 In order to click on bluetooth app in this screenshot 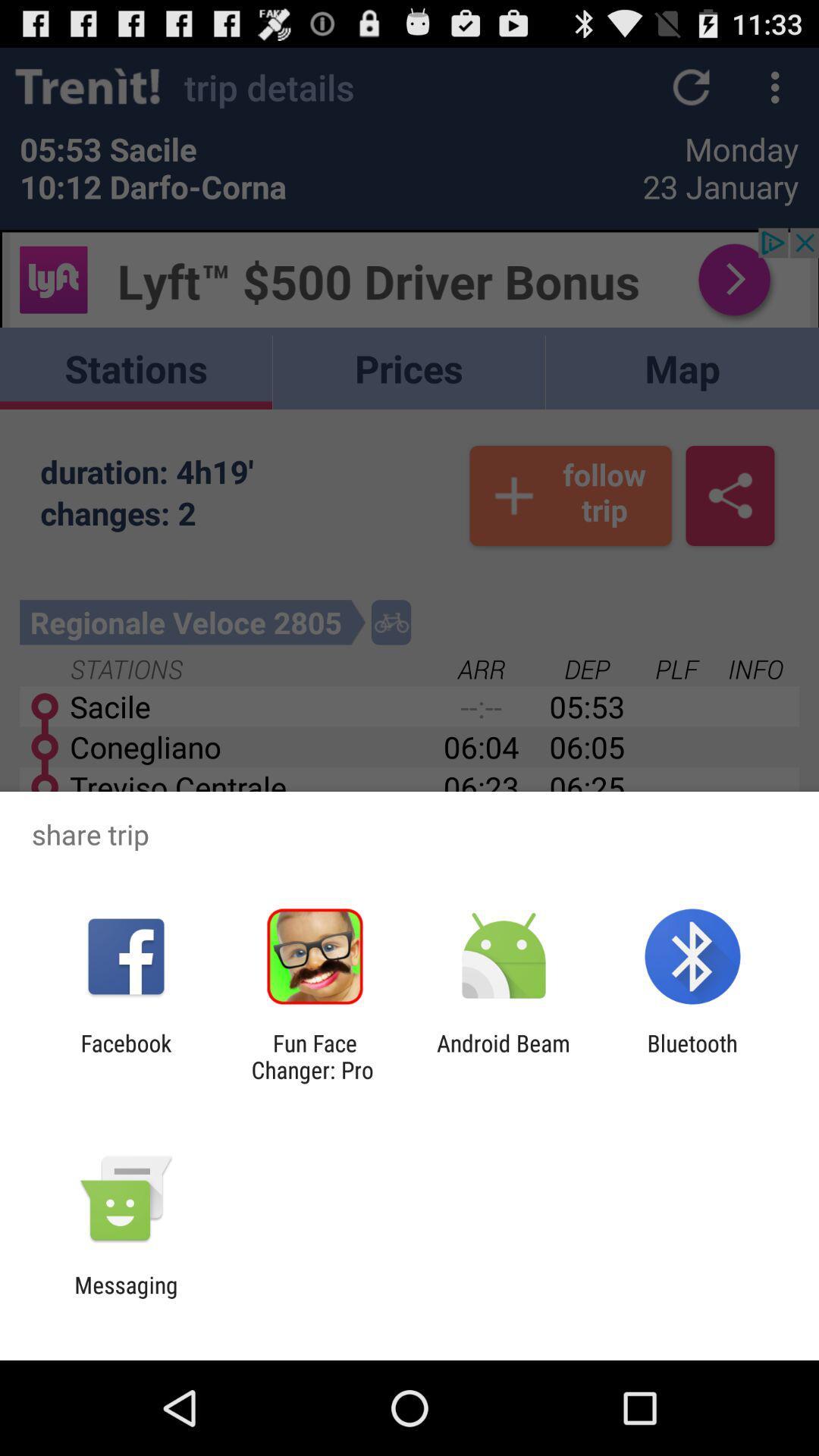, I will do `click(692, 1056)`.